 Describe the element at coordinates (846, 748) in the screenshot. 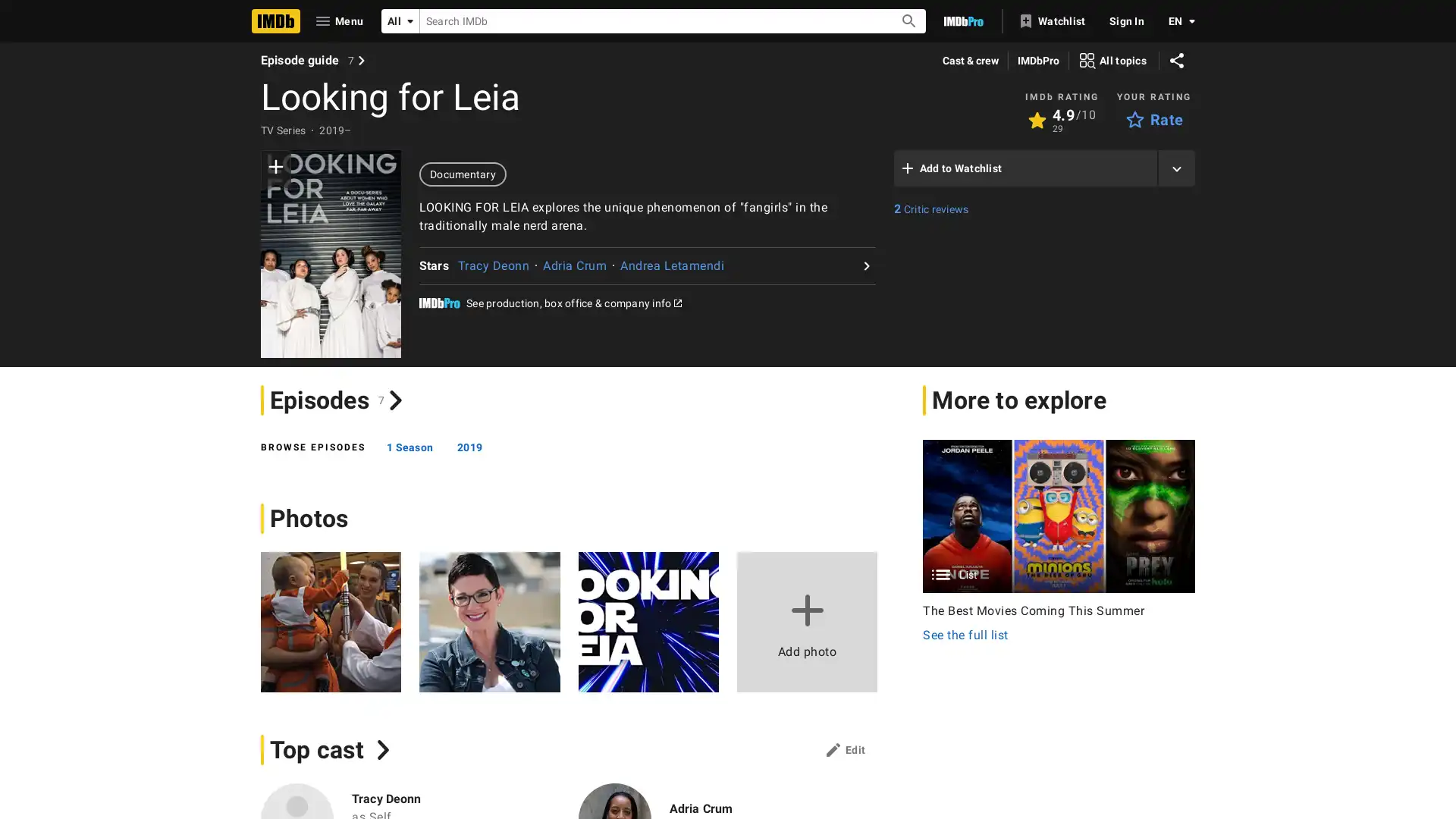

I see `Top cast: edit` at that location.